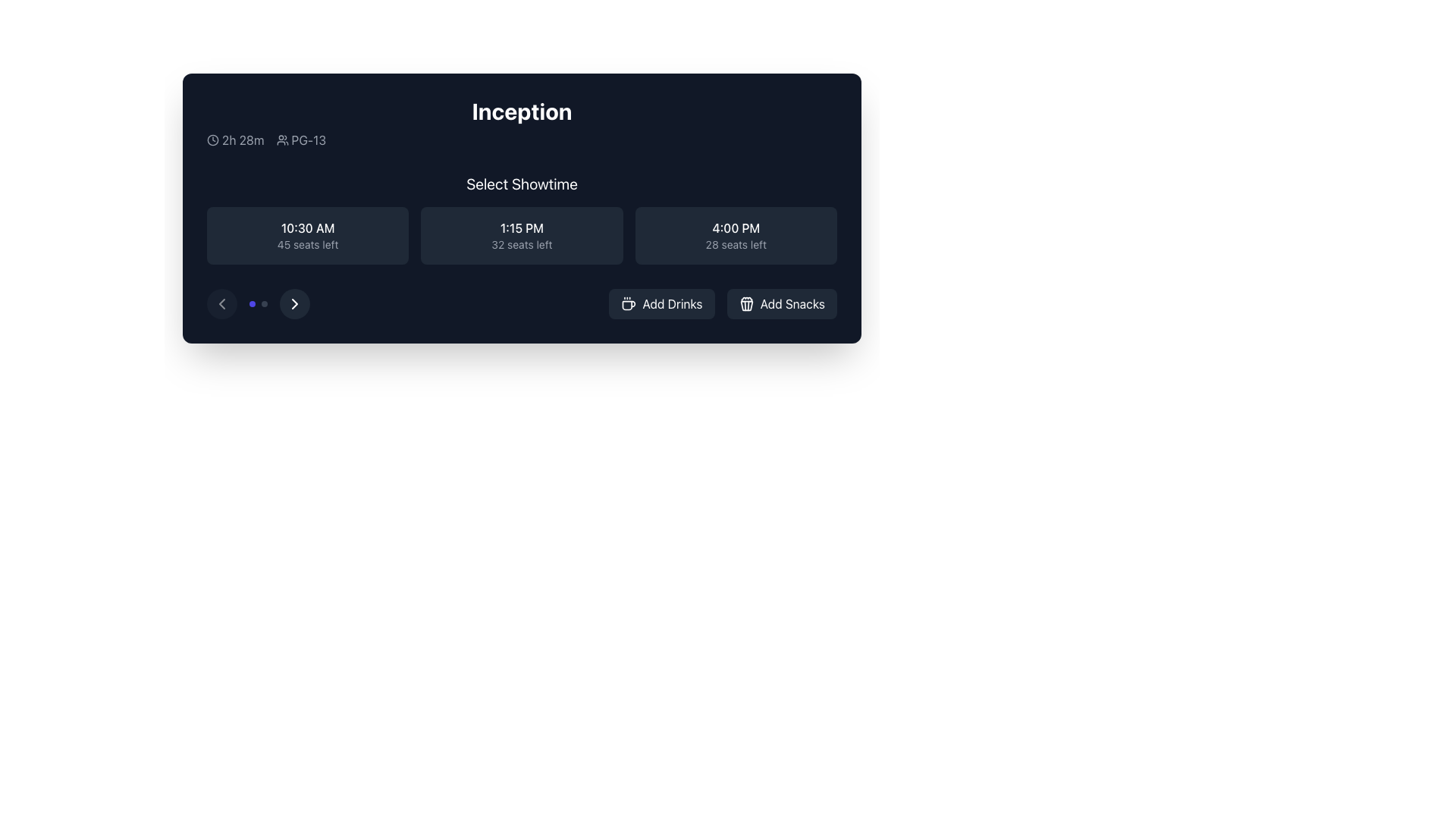 The width and height of the screenshot is (1456, 819). Describe the element at coordinates (672, 304) in the screenshot. I see `the 'Add Drinks' text label within the button to observe any potential visual changes` at that location.